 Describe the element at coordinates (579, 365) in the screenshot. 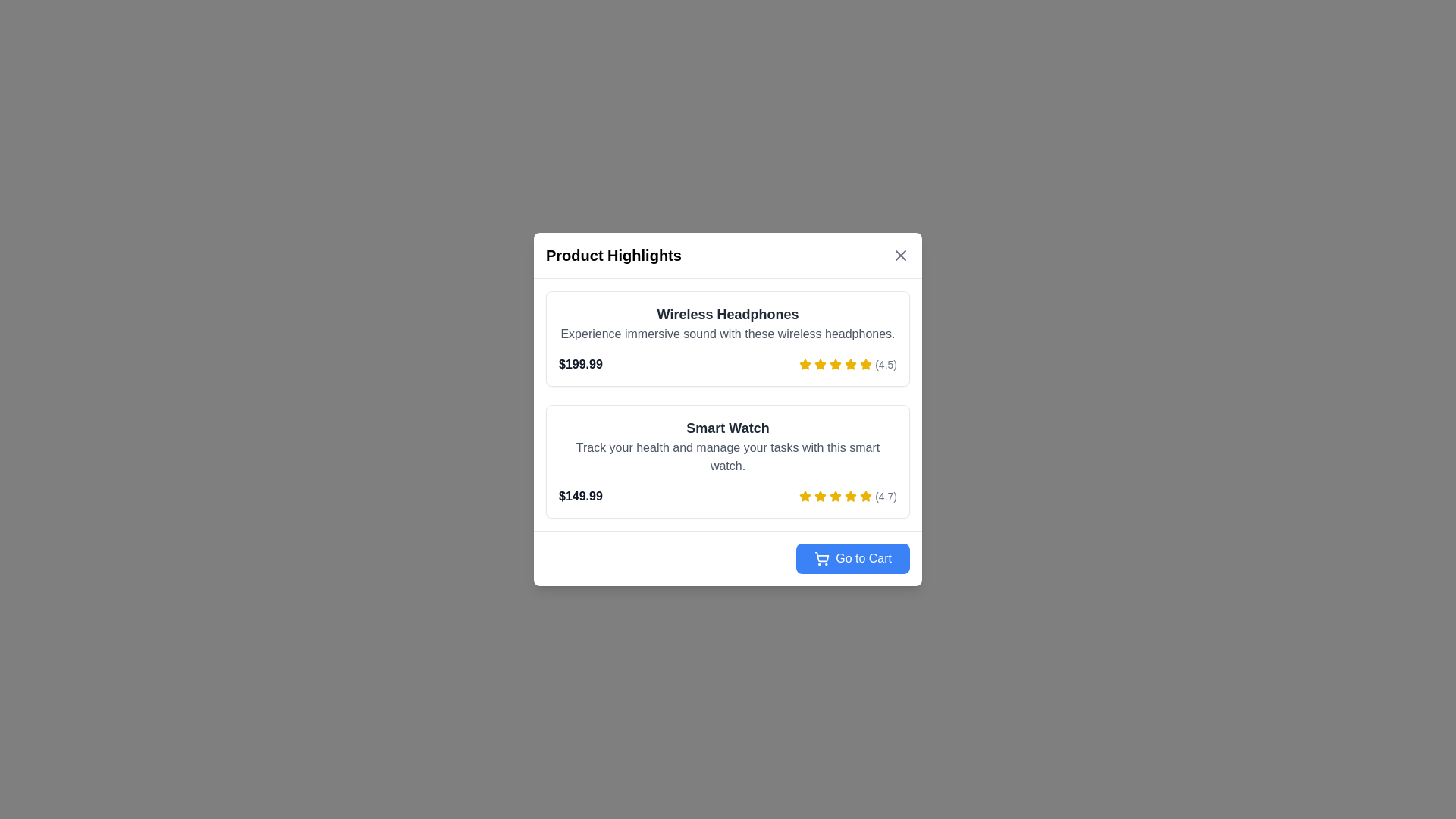

I see `the pricing information Text Label for the 'Wireless Headphones' product, located in the first card of the product list, positioned near the title and above the ratings` at that location.